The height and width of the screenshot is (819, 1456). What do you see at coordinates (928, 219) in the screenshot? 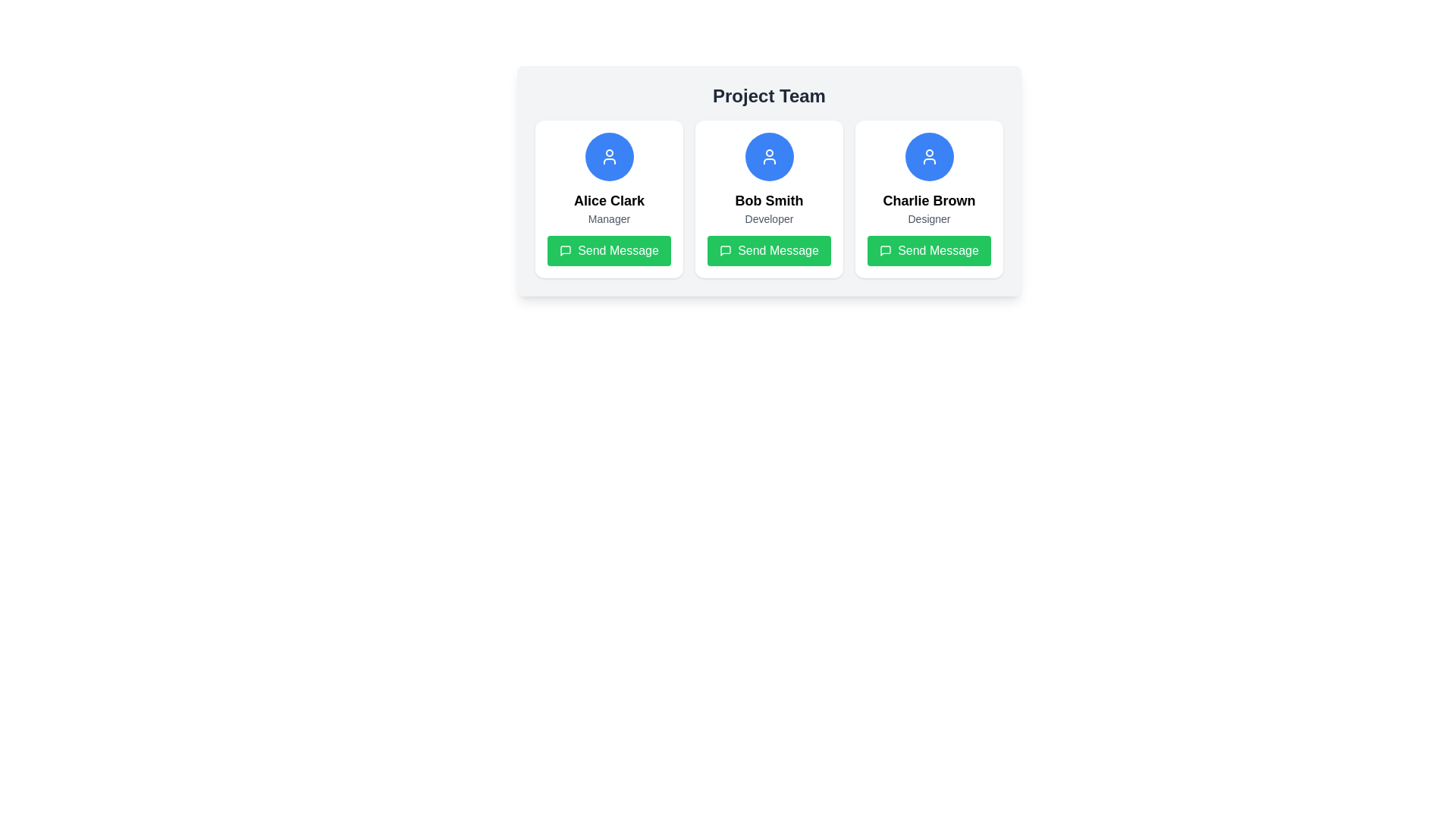
I see `the text label indicating the role or position of the individual in the third card, located under 'Charlie Brown' and above the 'Send Message' button` at bounding box center [928, 219].